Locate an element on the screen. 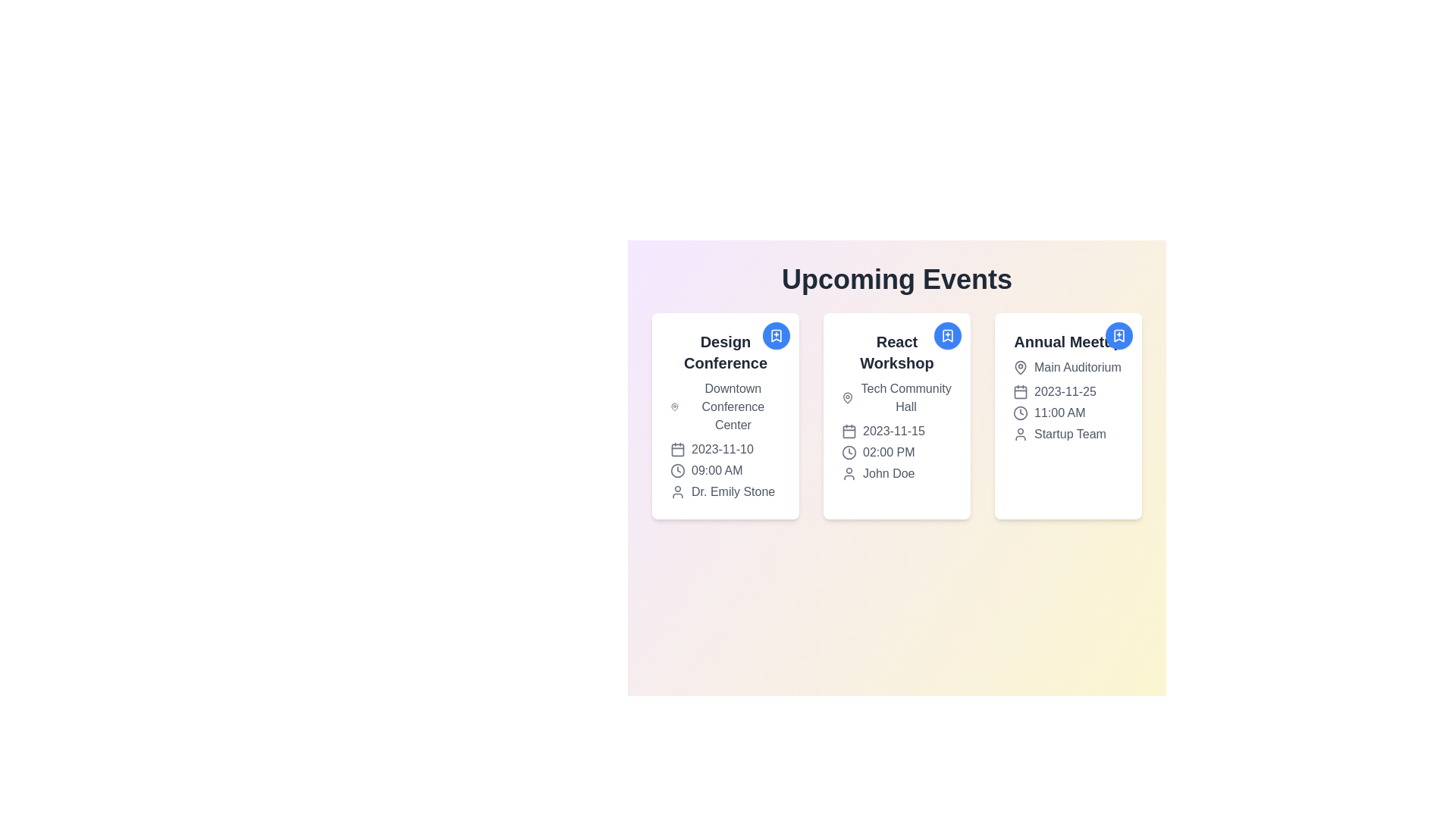  the user profile silhouette icon located in the 'Annual Meet' card under the 'Startup Team' text is located at coordinates (1020, 435).